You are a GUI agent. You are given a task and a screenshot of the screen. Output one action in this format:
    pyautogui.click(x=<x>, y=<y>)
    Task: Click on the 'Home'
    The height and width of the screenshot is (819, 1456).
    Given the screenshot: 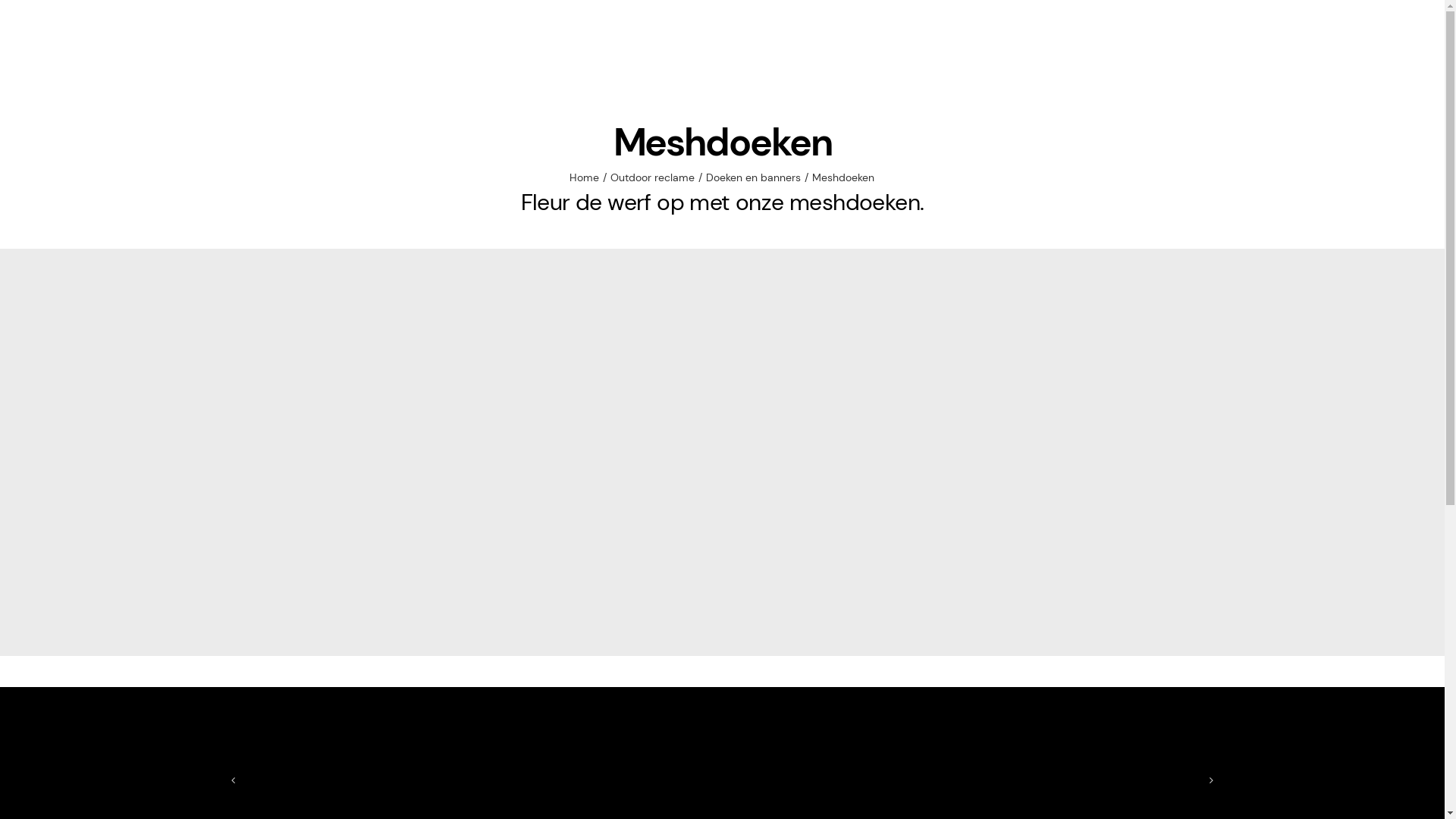 What is the action you would take?
    pyautogui.click(x=583, y=177)
    